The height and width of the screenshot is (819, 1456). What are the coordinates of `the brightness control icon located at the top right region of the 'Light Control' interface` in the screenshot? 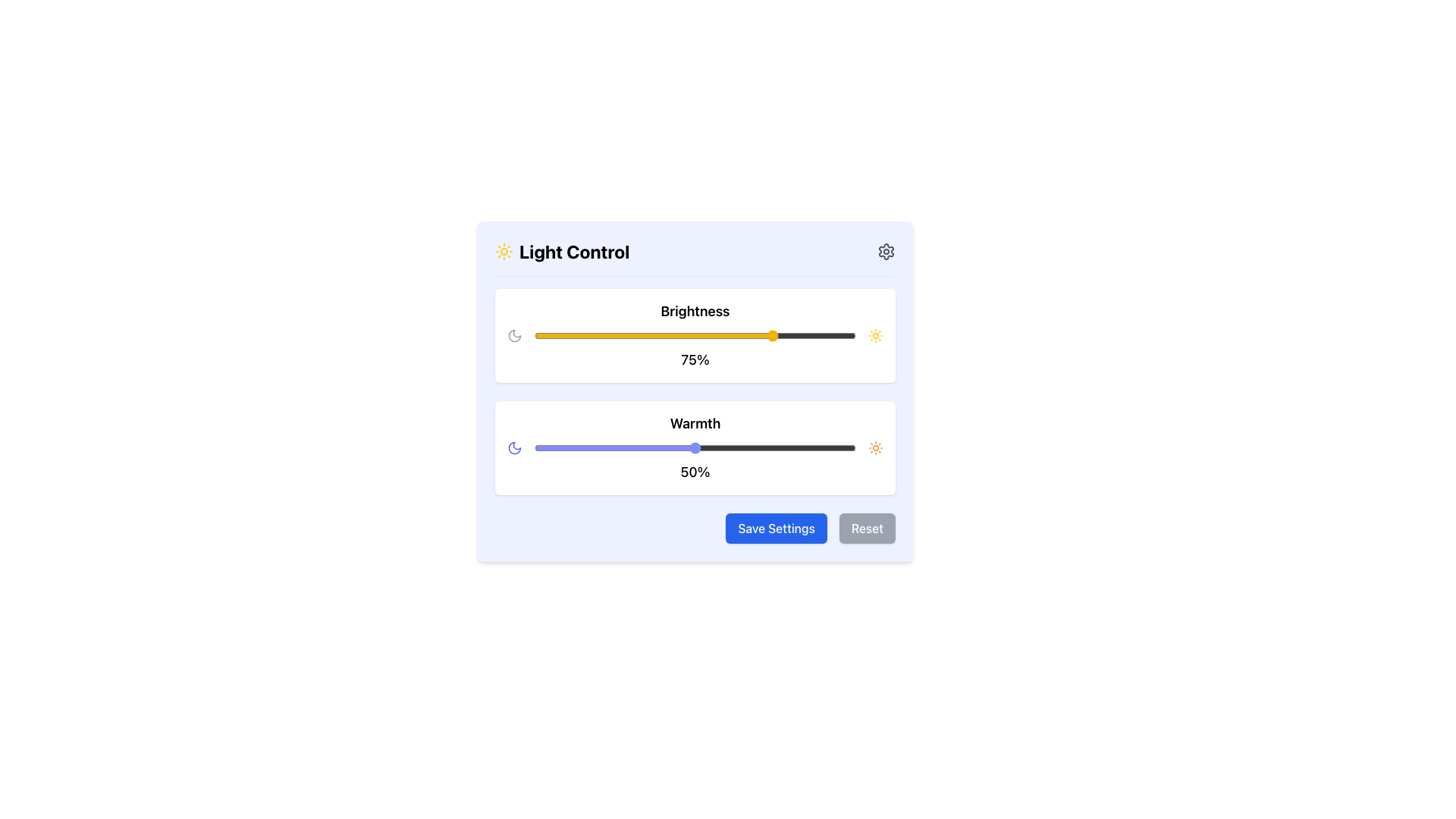 It's located at (876, 447).